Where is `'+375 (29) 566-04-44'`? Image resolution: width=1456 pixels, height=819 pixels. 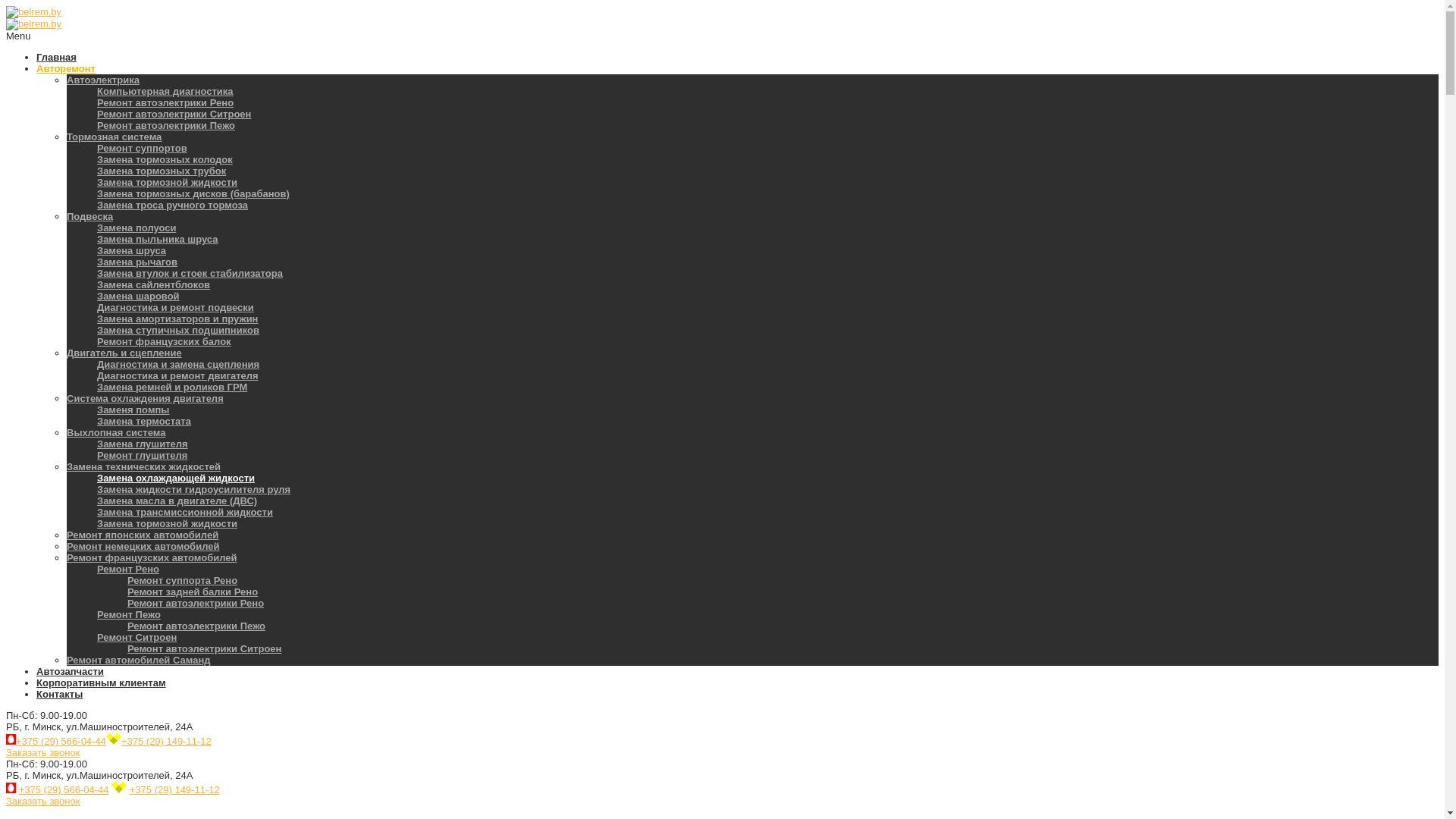
'+375 (29) 566-04-44' is located at coordinates (63, 789).